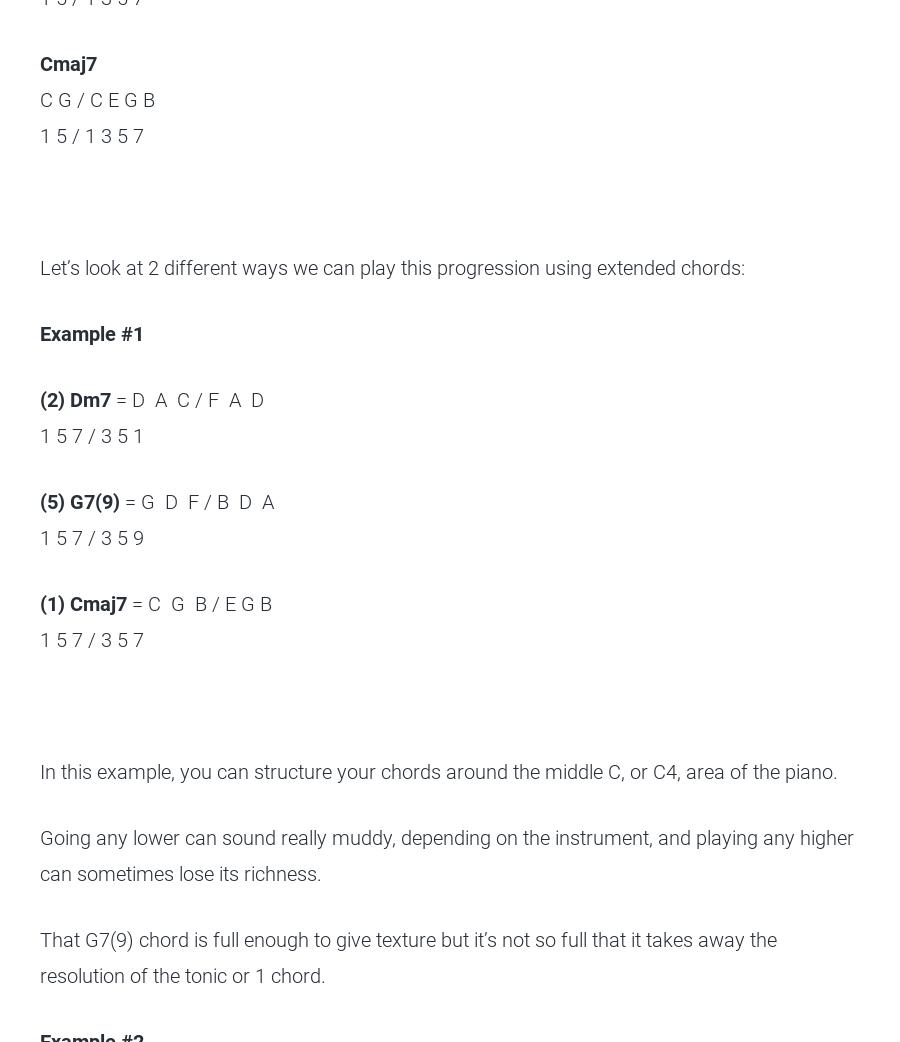 The image size is (900, 1042). What do you see at coordinates (90, 435) in the screenshot?
I see `'1 5 7 / 3 5 1'` at bounding box center [90, 435].